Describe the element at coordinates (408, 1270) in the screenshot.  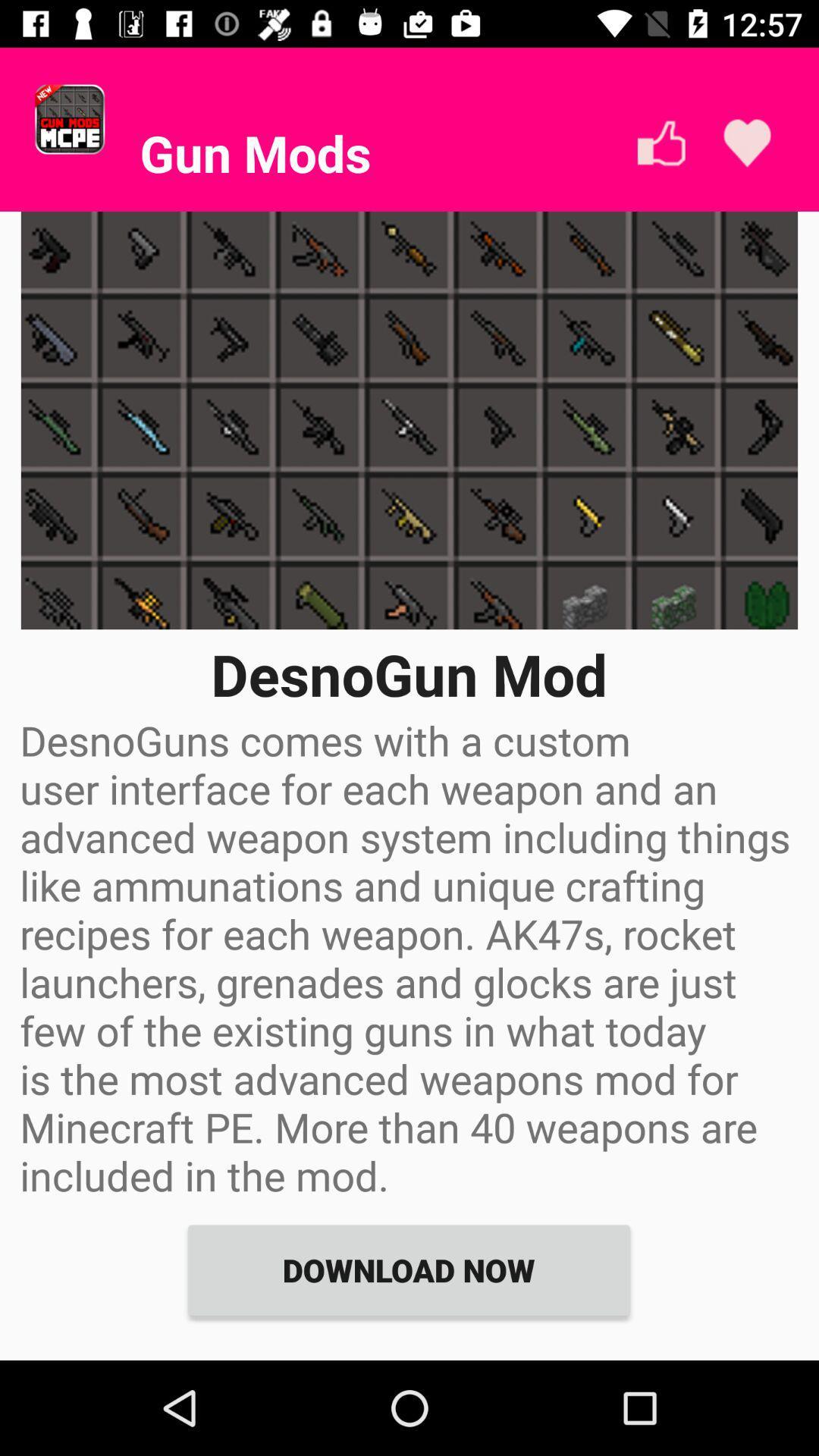
I see `download now` at that location.